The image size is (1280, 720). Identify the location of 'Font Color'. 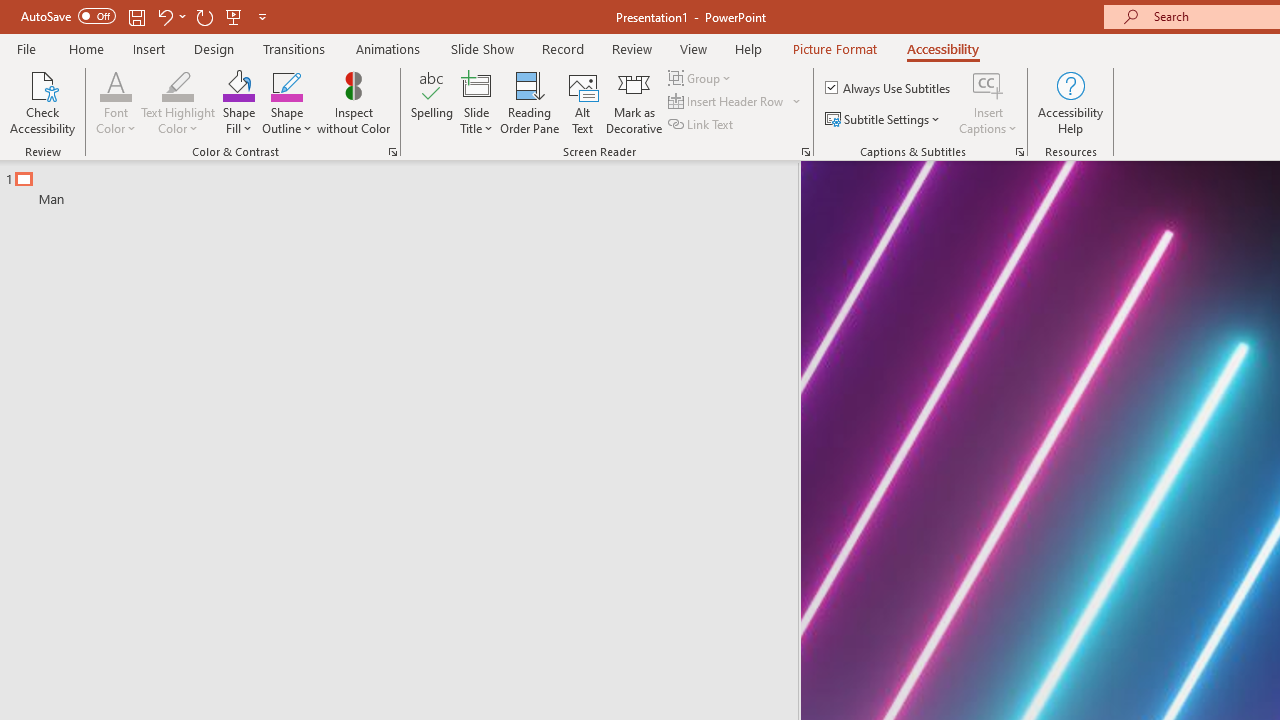
(115, 103).